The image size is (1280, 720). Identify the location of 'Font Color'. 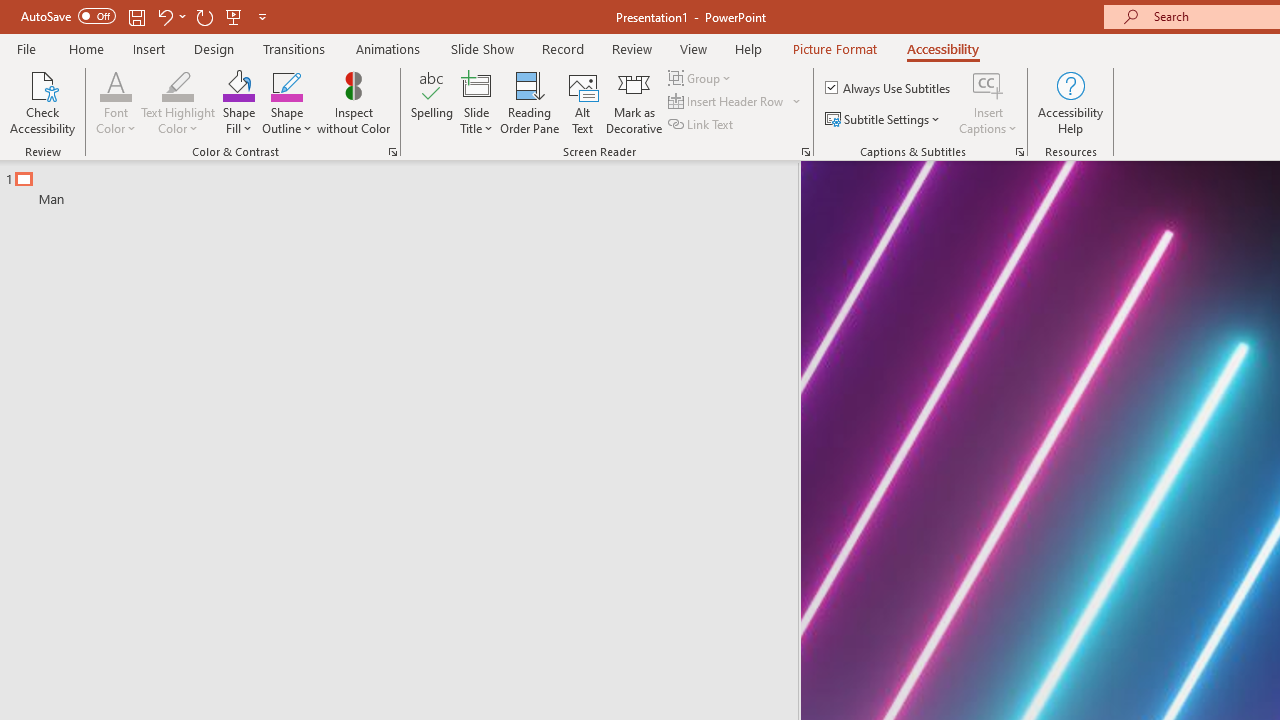
(115, 103).